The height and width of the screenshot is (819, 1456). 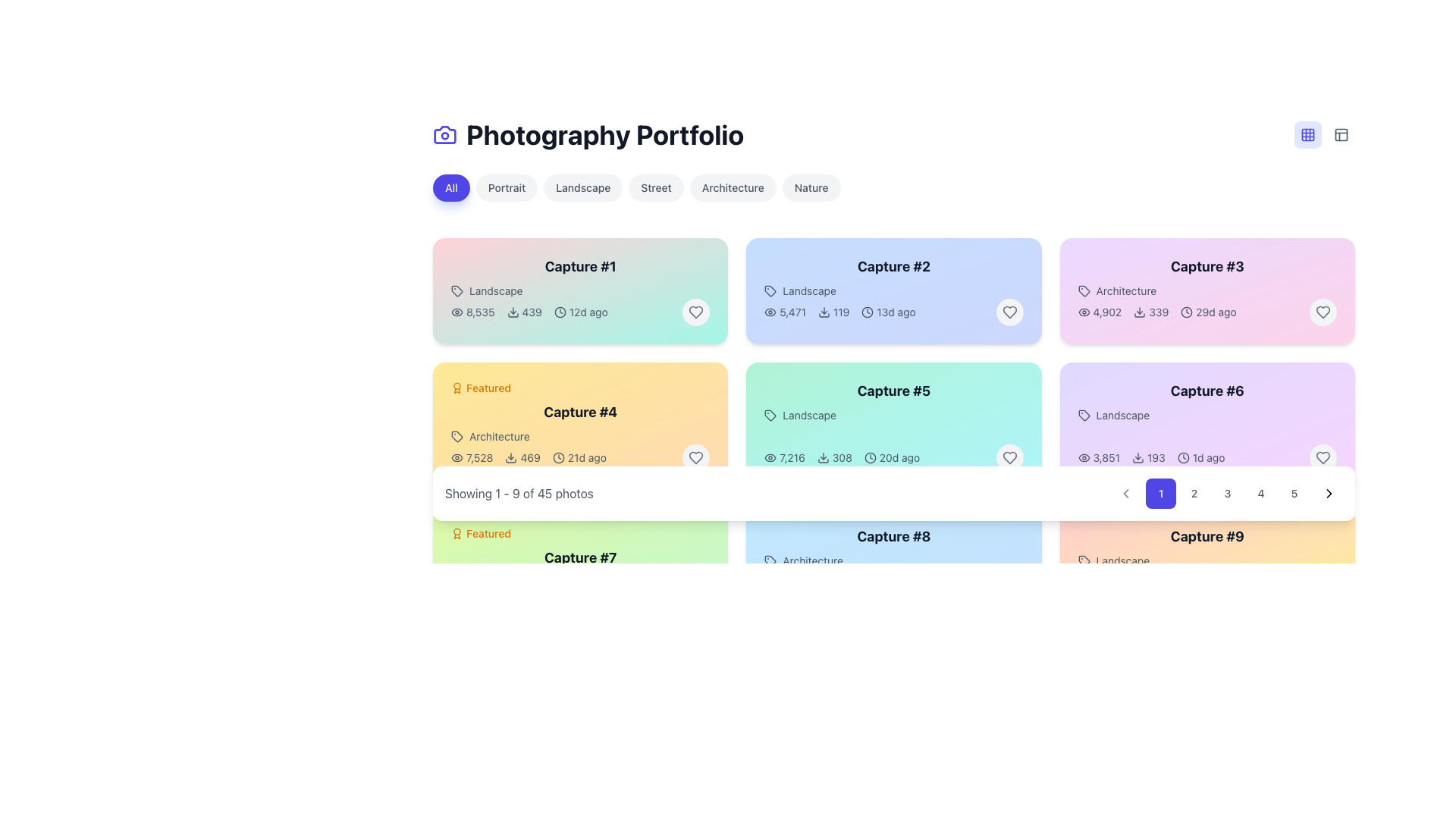 I want to click on the heart-shaped icon button located in the top-right corner of the 'Capture #3' card, so click(x=1323, y=312).